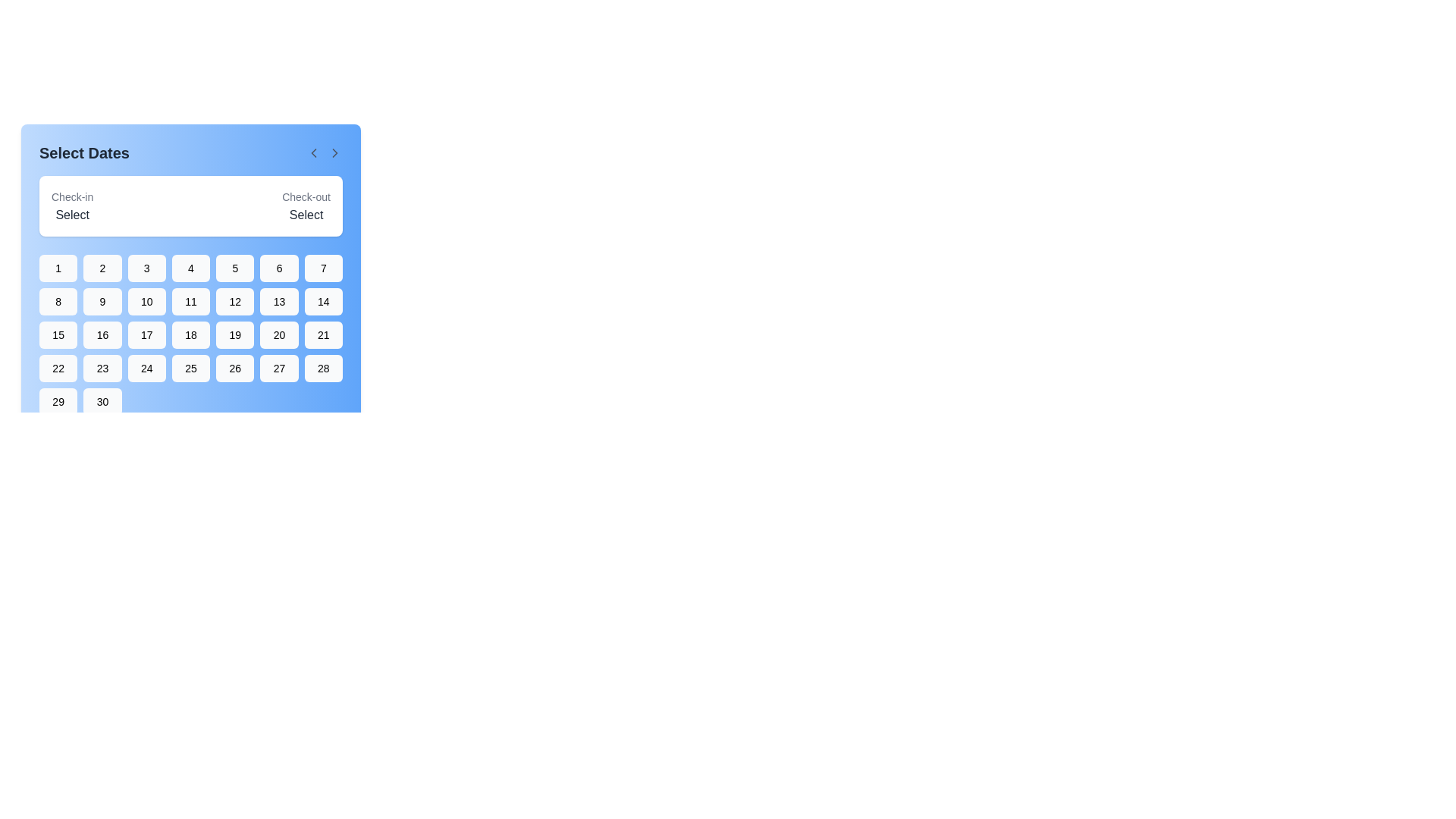  What do you see at coordinates (58, 268) in the screenshot?
I see `the button labeled '1' with a light gray background and rounded borders` at bounding box center [58, 268].